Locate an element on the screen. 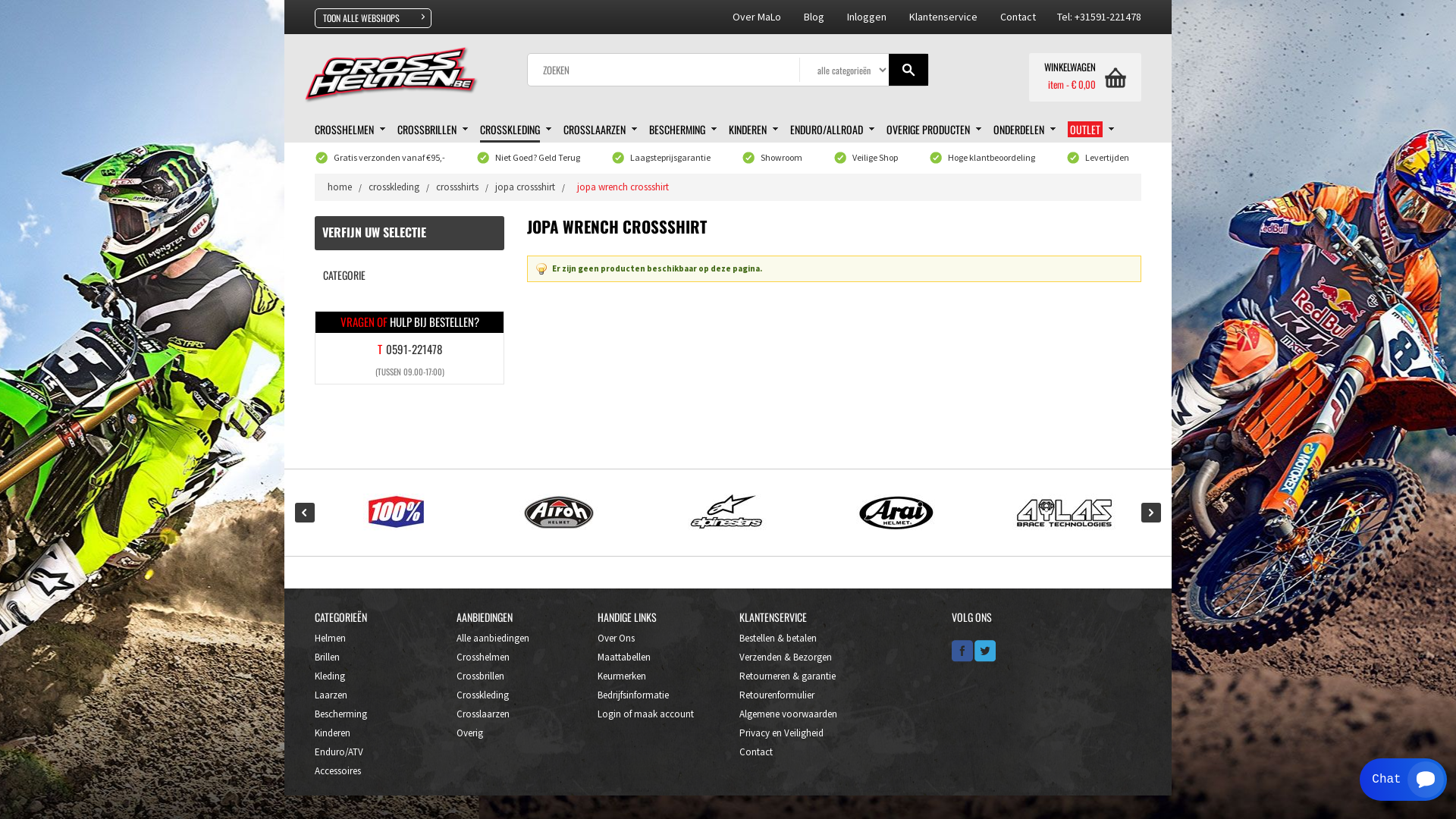 This screenshot has height=819, width=1456. 'Algemene voorwaarden' is located at coordinates (739, 713).